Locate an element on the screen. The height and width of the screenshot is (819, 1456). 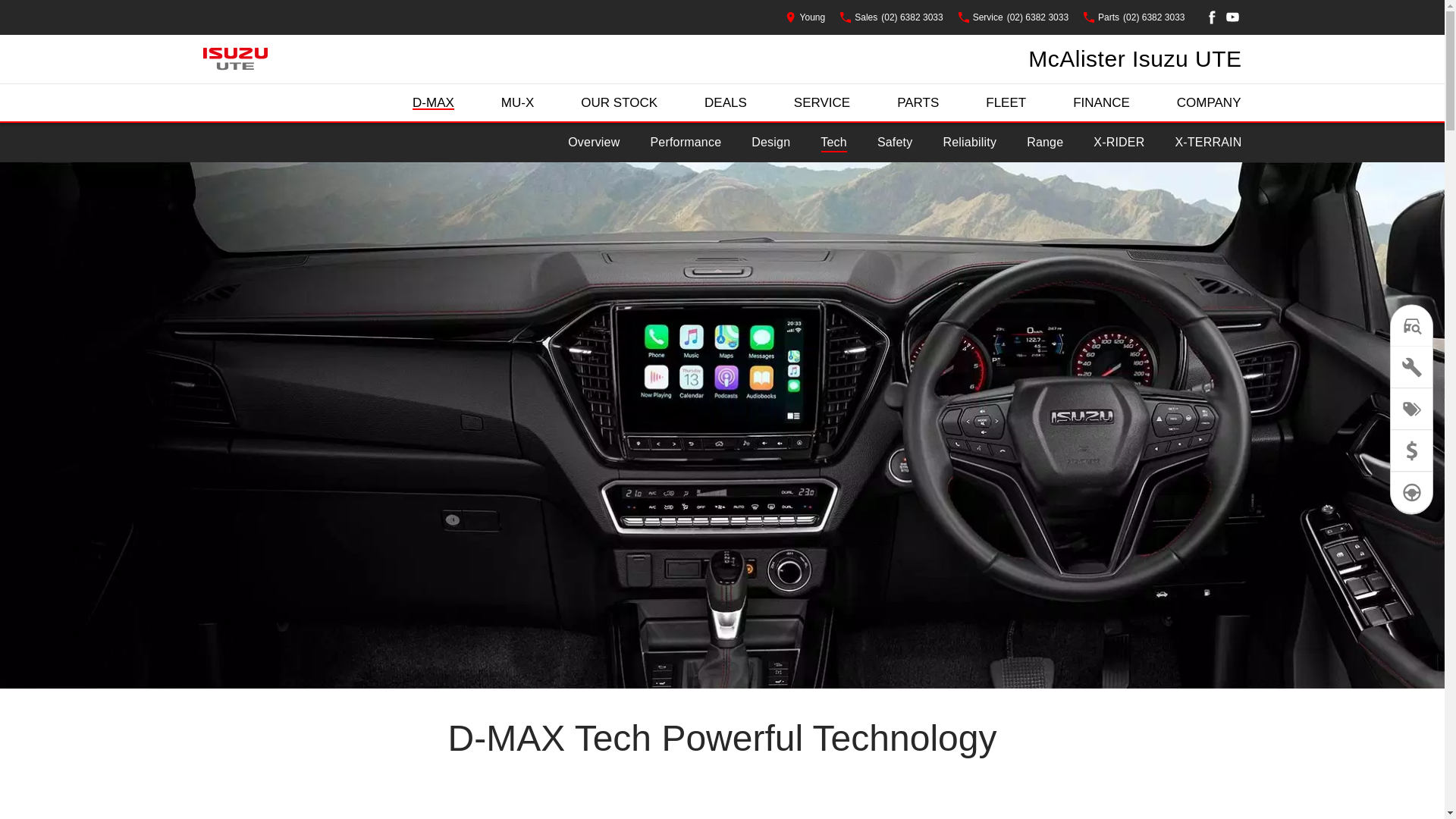
'Performance' is located at coordinates (684, 143).